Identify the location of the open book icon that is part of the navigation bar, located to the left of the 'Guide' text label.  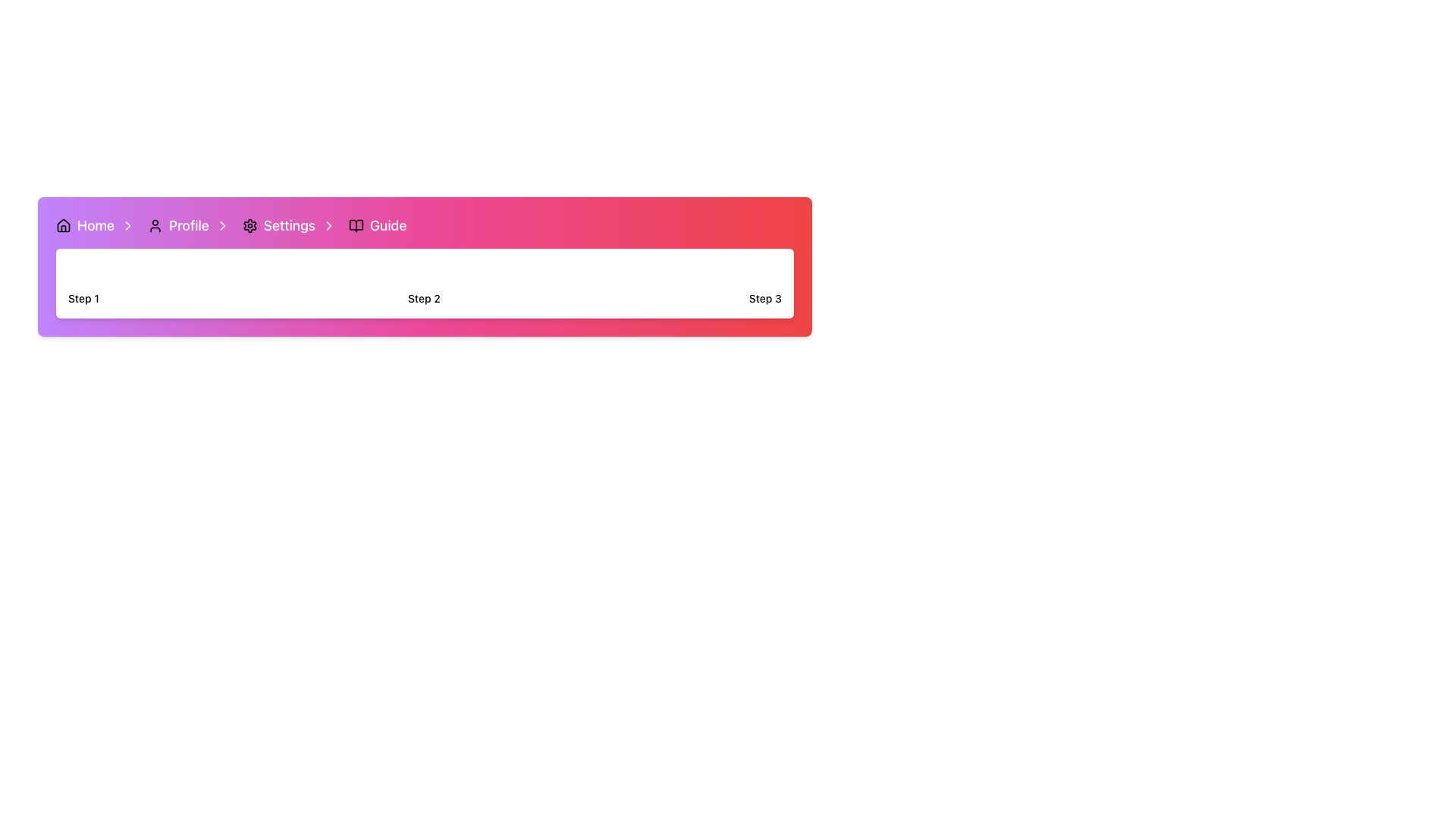
(356, 225).